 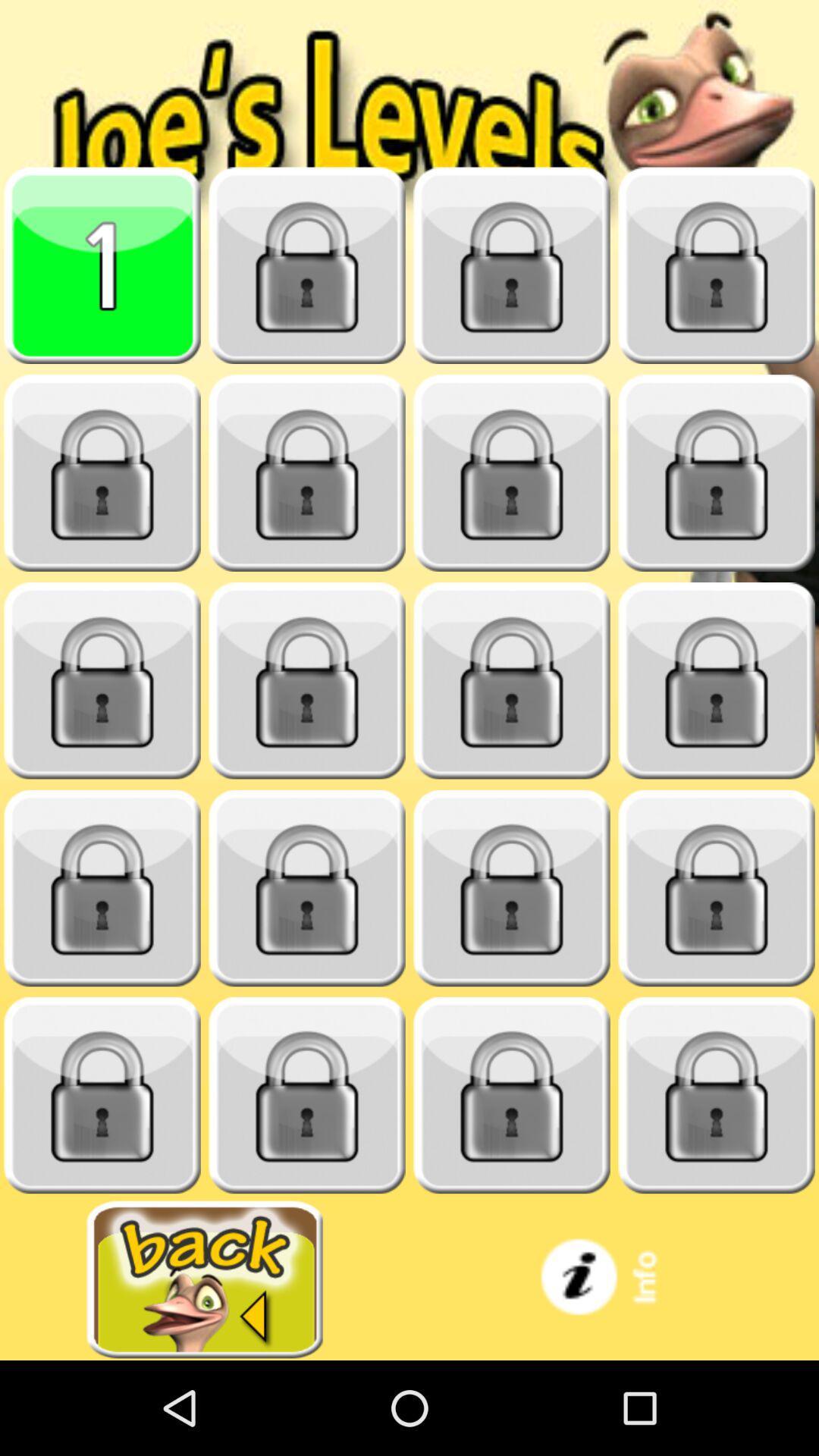 I want to click on level, so click(x=717, y=1095).